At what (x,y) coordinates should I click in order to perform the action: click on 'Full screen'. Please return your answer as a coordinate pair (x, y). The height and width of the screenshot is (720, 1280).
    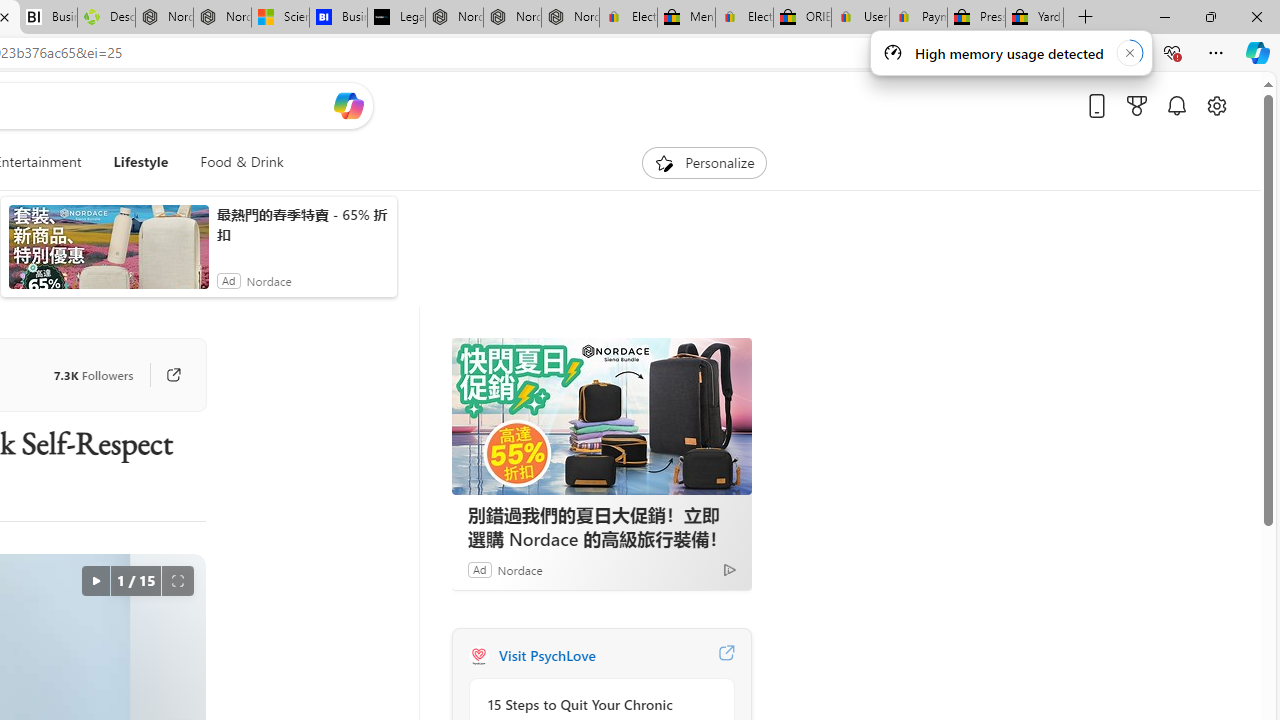
    Looking at the image, I should click on (177, 581).